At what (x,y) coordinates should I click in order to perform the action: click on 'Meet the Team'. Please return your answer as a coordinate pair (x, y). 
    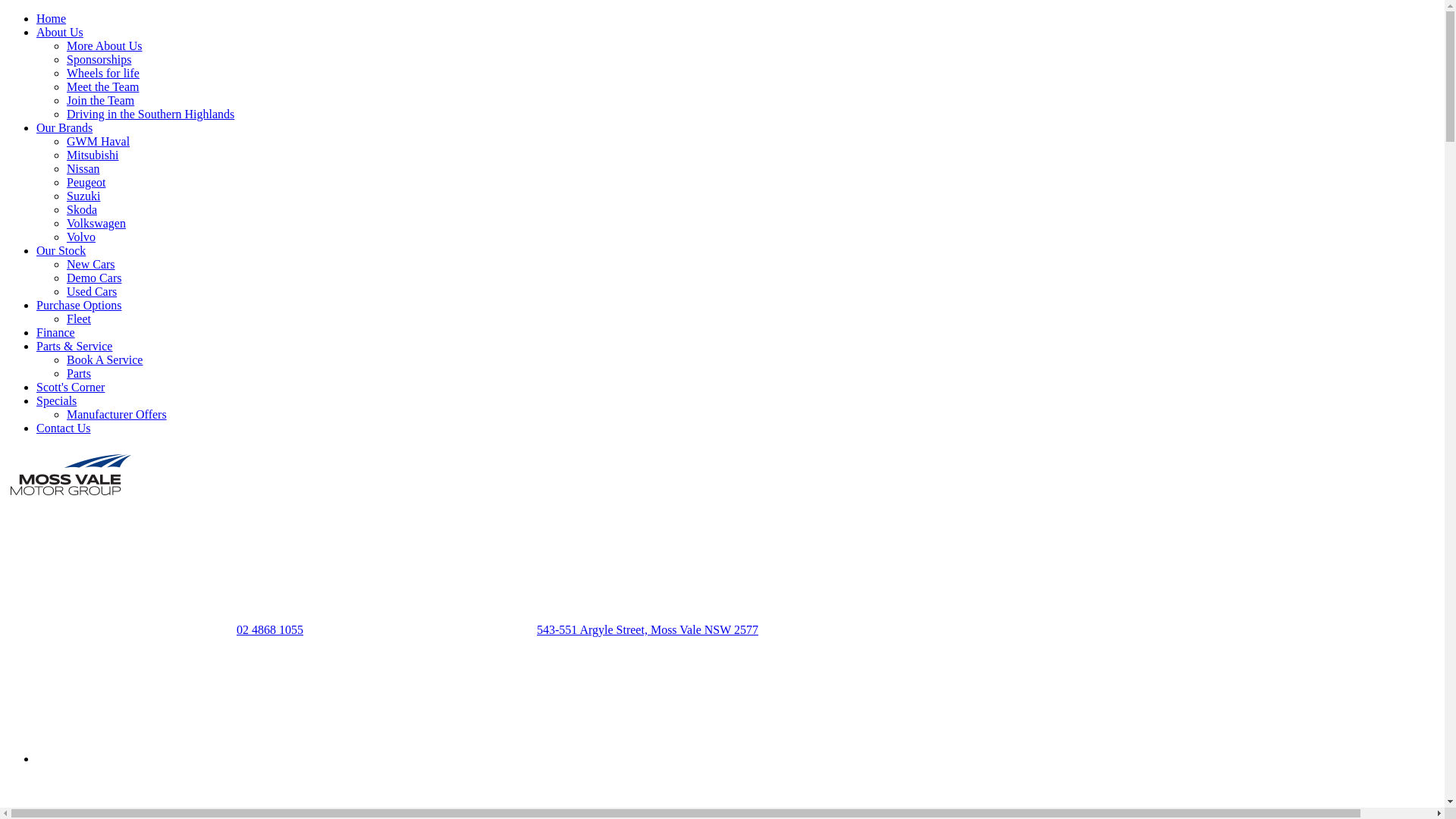
    Looking at the image, I should click on (102, 86).